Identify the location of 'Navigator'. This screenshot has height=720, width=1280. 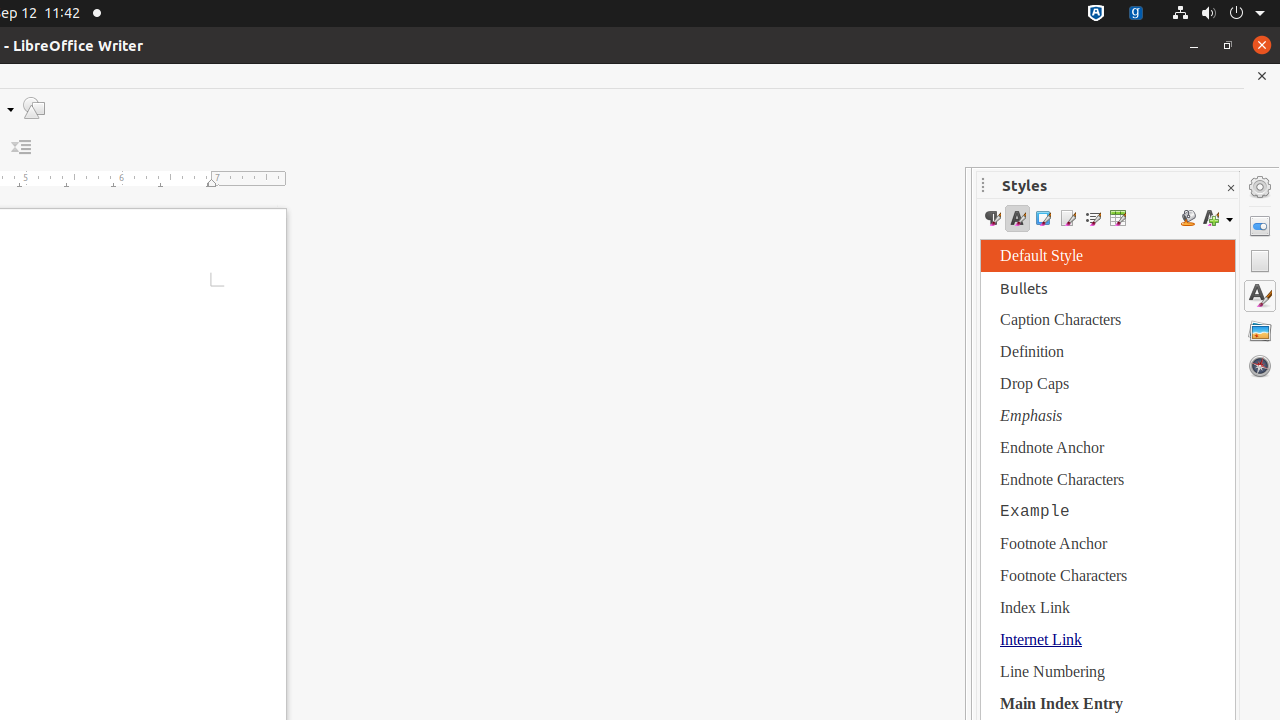
(1259, 365).